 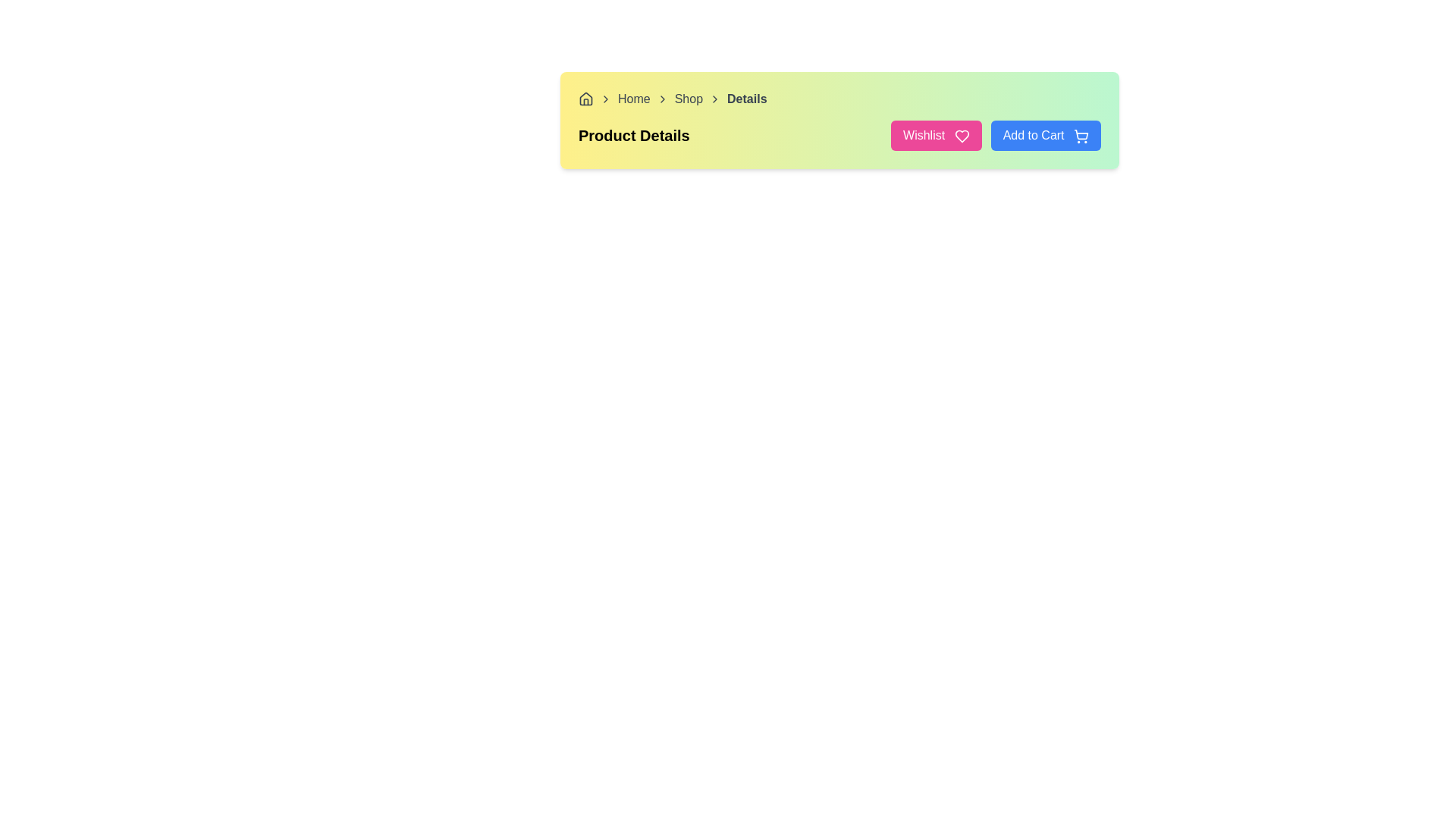 What do you see at coordinates (1045, 134) in the screenshot?
I see `the 'Add to Cart' button, which is a rectangular button with a blue background and white text, located to the right of the 'Wishlist' button` at bounding box center [1045, 134].